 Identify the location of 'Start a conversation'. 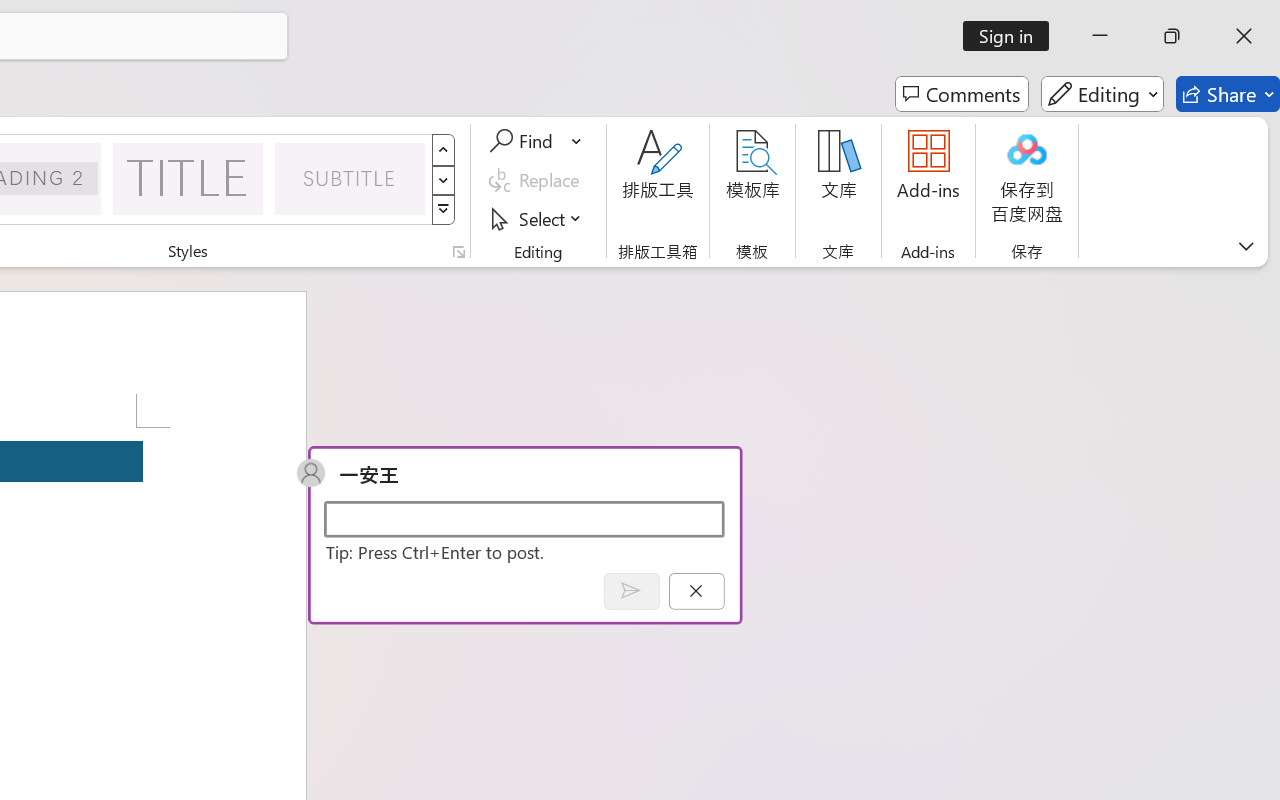
(524, 517).